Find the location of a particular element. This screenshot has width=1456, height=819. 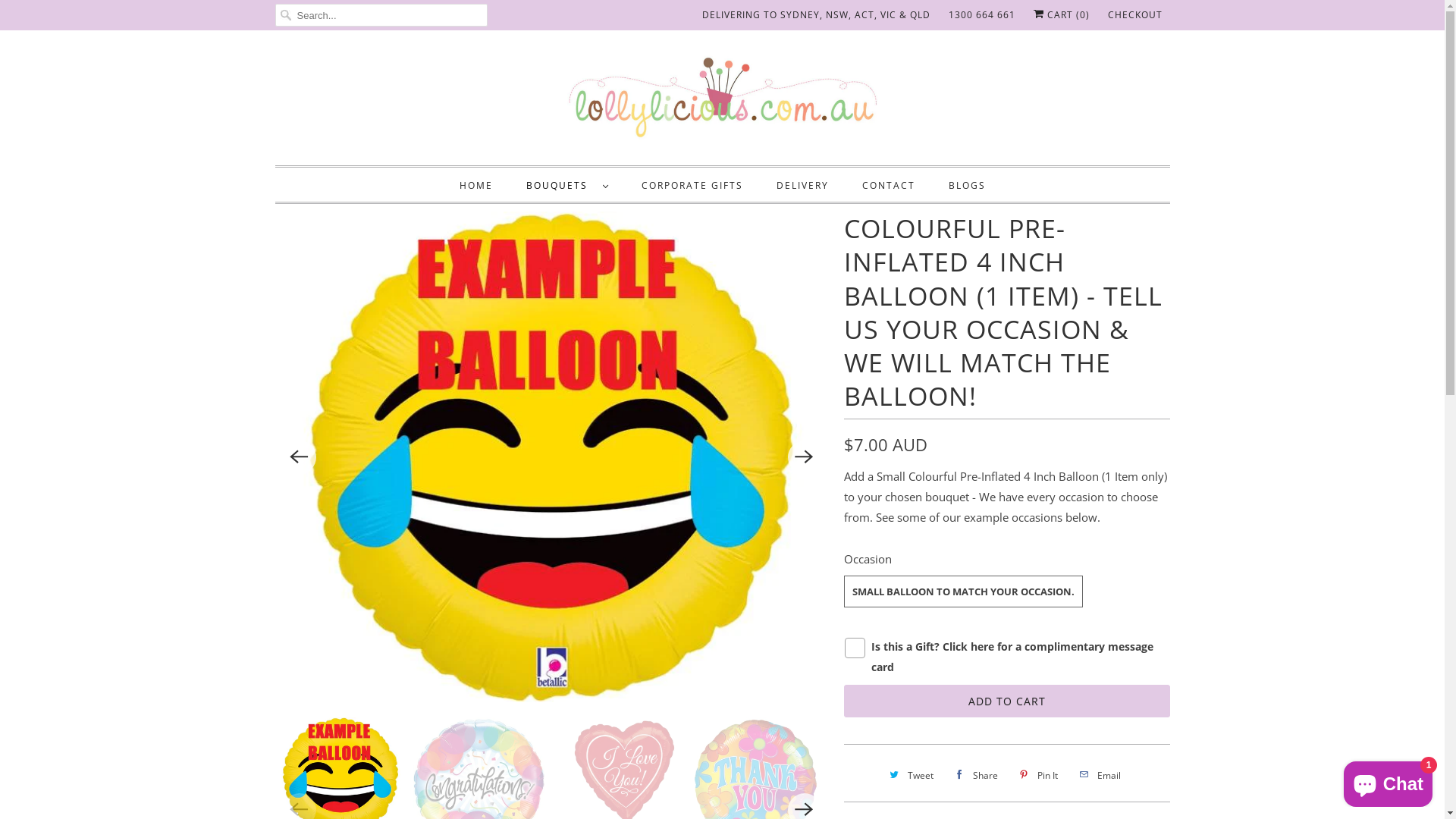

'Lollylicious.com.au' is located at coordinates (720, 102).